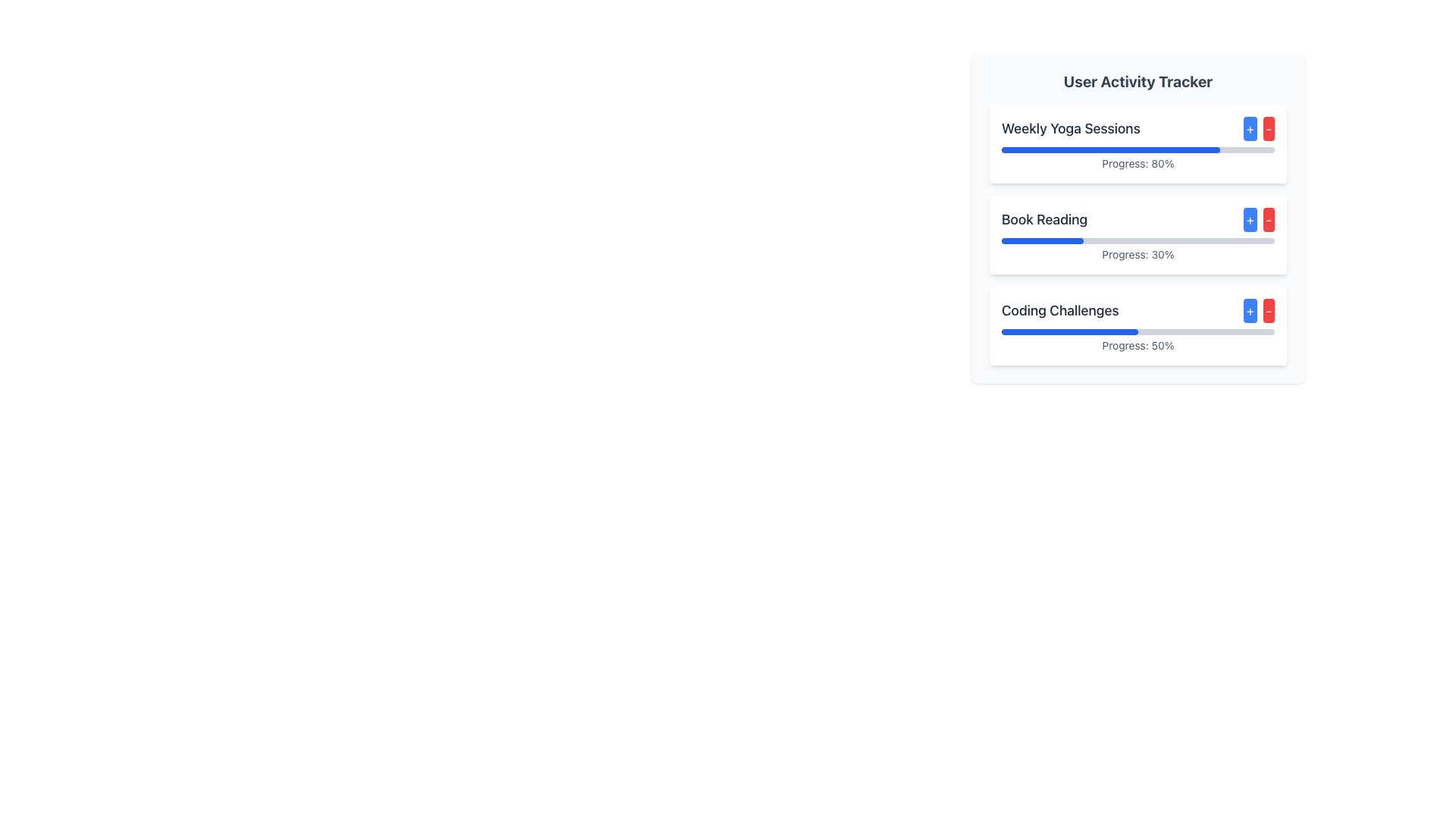 The image size is (1456, 819). Describe the element at coordinates (1138, 127) in the screenshot. I see `the '+' button next to the 'Weekly Yoga Sessions' label in the user activity tracker to increase the value` at that location.